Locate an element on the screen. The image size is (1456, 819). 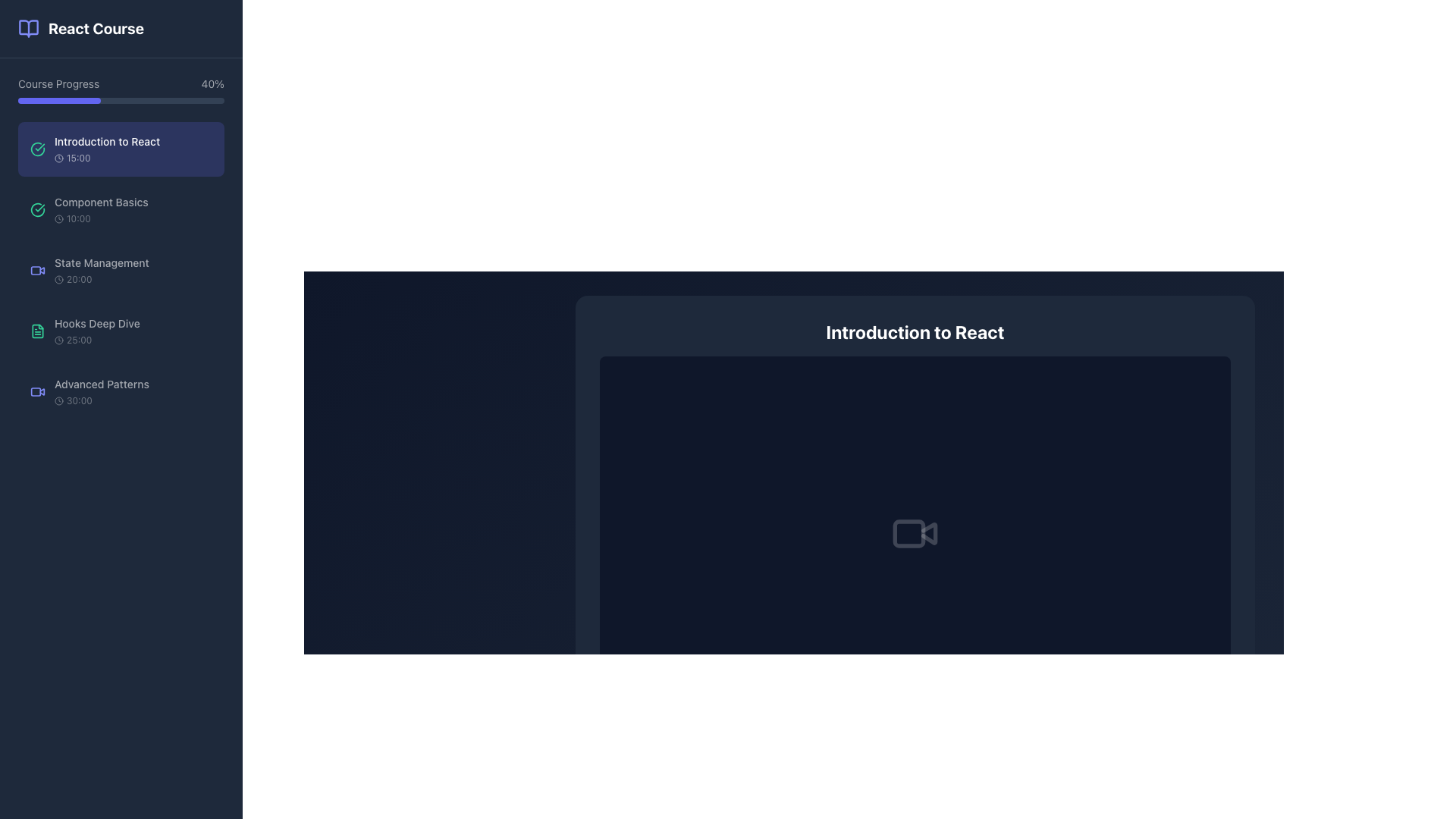
the Progress indicator that visually represents the course completion at approximately 40%, located in the 'Course Progress' section near the top-left side of the interface is located at coordinates (59, 100).